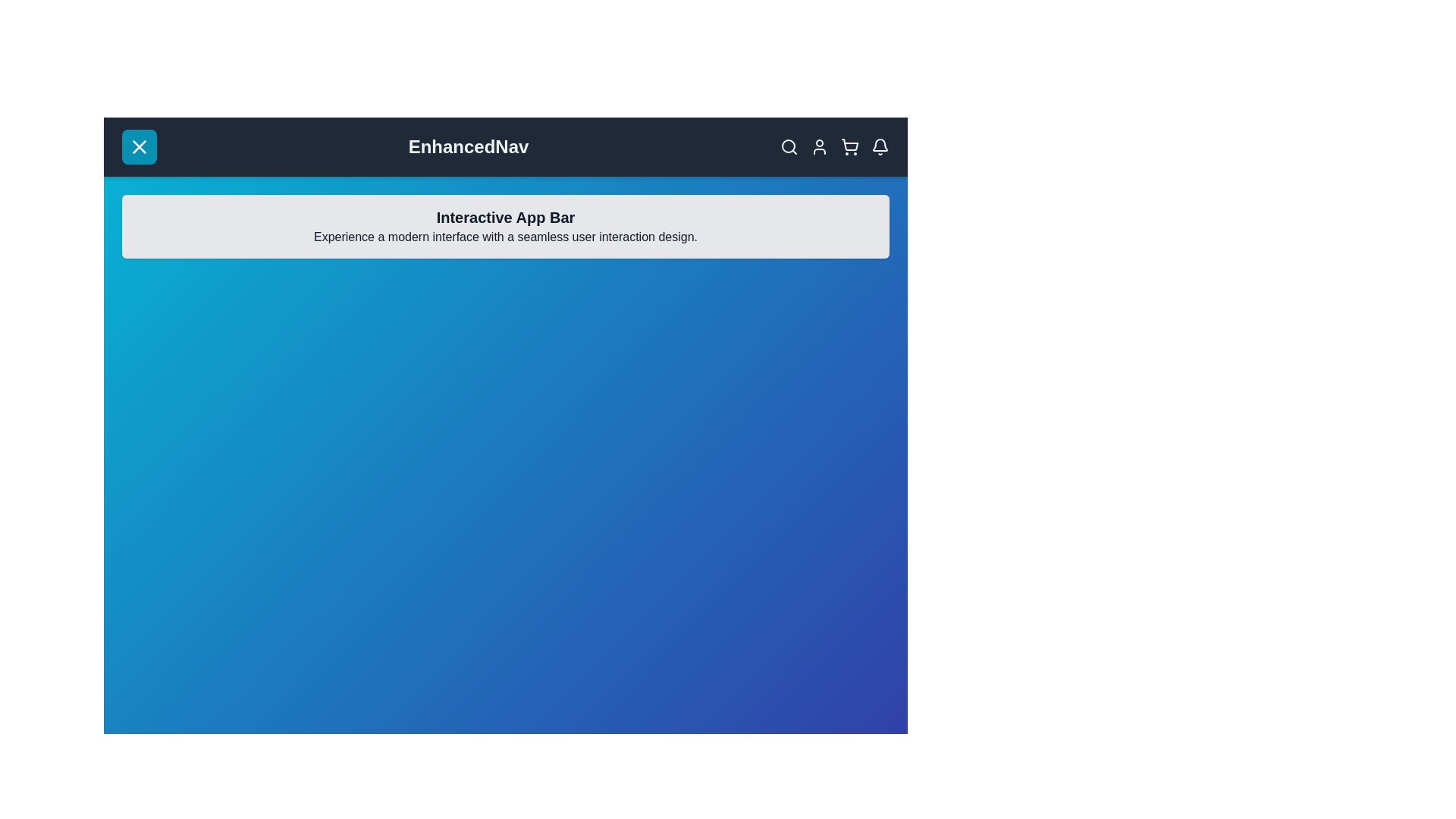 Image resolution: width=1456 pixels, height=819 pixels. What do you see at coordinates (818, 146) in the screenshot?
I see `the icon user to observe its hover effect` at bounding box center [818, 146].